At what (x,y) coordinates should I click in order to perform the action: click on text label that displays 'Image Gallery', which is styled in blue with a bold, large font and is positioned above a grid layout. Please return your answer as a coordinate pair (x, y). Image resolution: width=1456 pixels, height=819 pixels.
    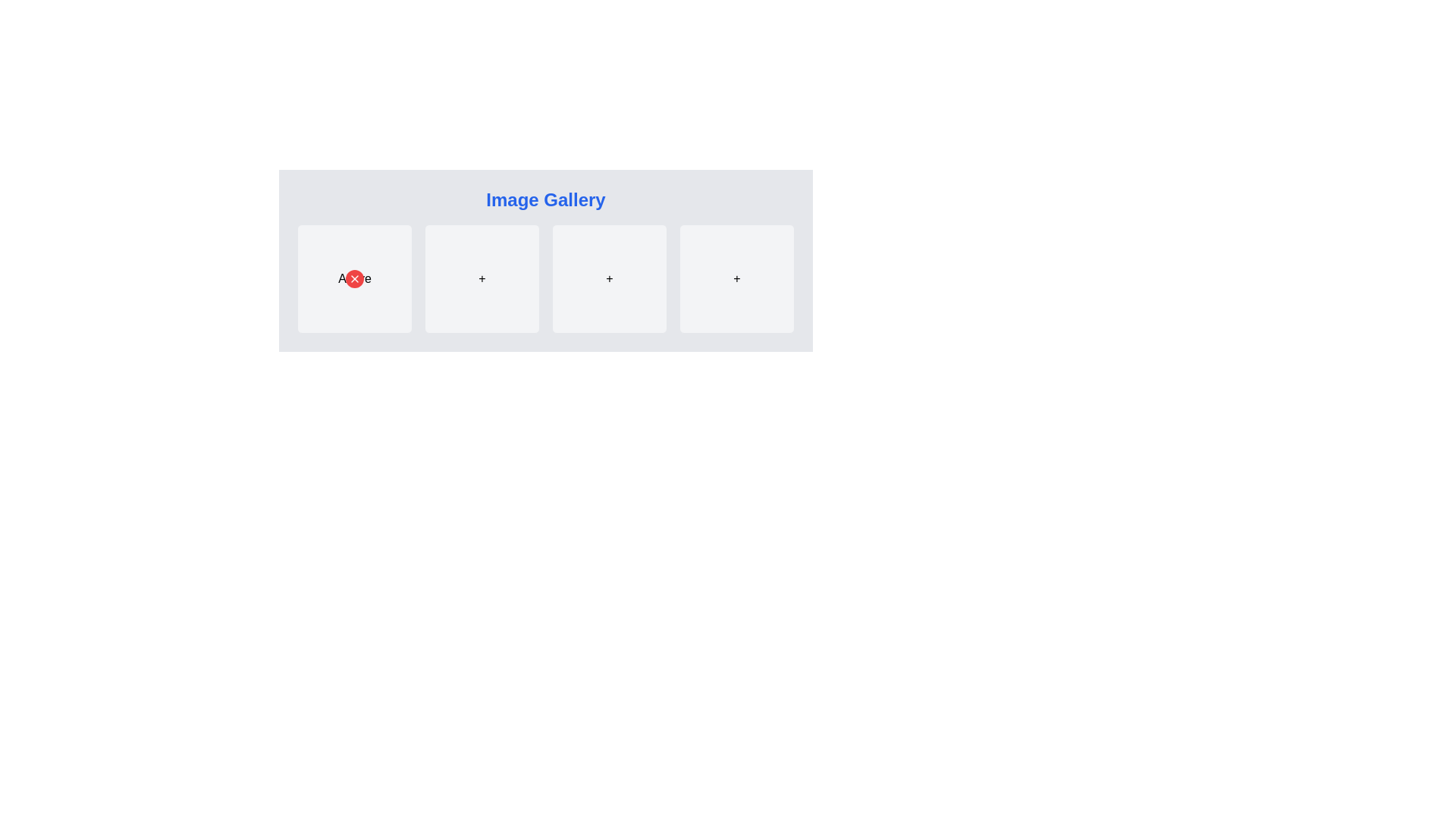
    Looking at the image, I should click on (546, 199).